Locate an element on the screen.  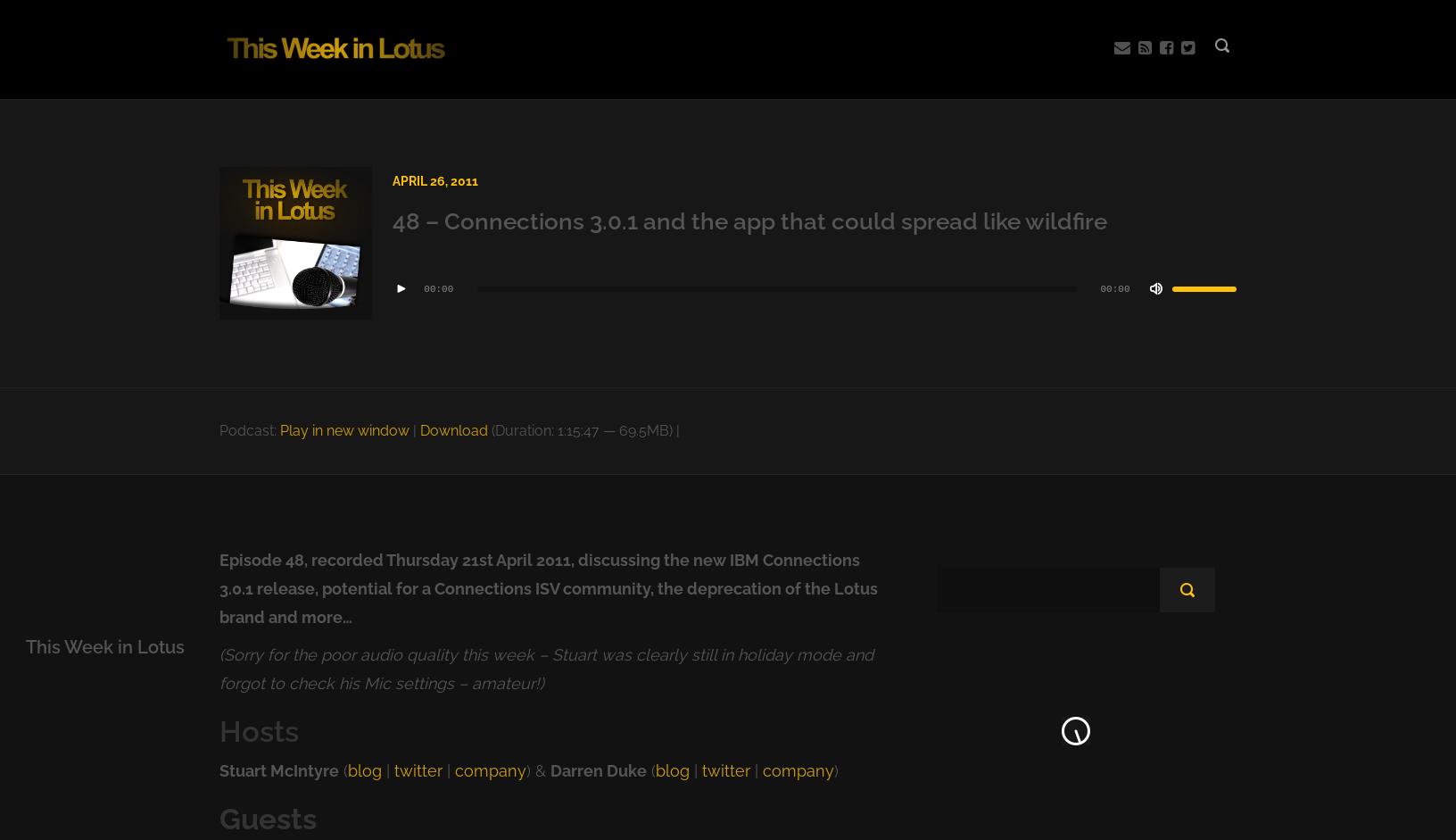
')' is located at coordinates (836, 770).